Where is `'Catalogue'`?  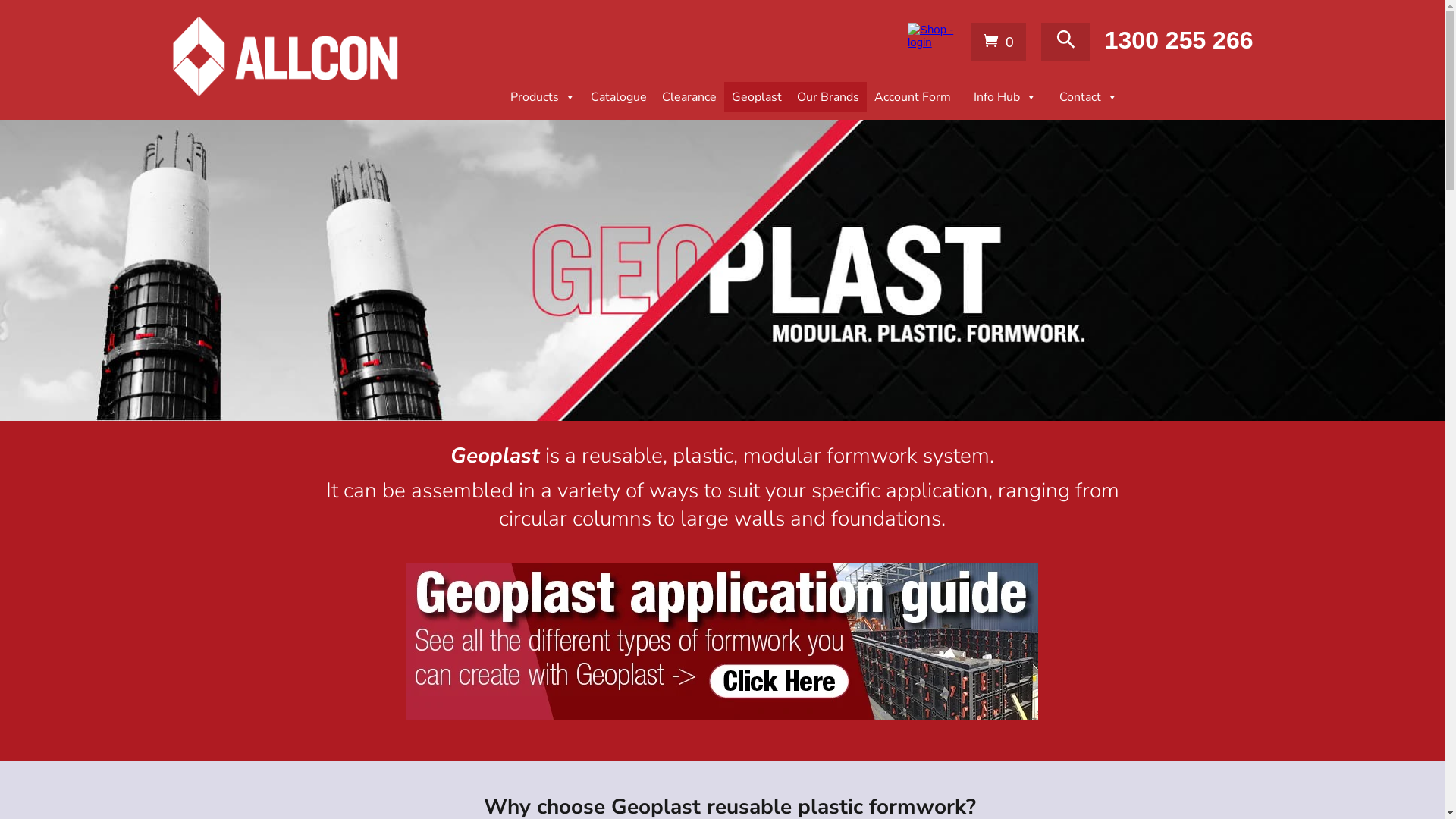
'Catalogue' is located at coordinates (618, 96).